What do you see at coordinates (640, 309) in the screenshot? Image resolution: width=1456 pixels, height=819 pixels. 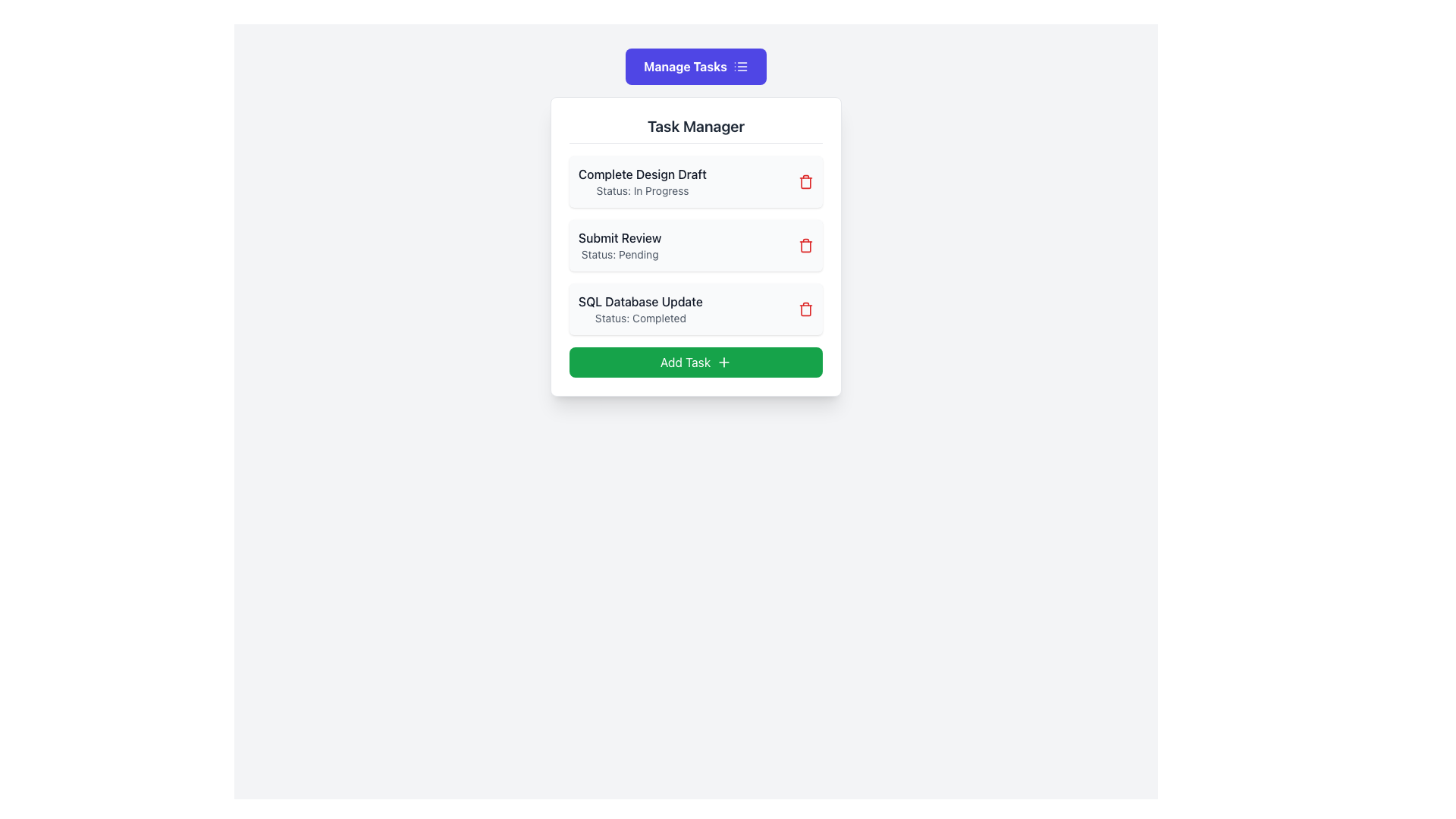 I see `the Information text block that indicates the 'SQL Database Update' task status as 'Completed', which is the third item in the 'Task Manager' section` at bounding box center [640, 309].